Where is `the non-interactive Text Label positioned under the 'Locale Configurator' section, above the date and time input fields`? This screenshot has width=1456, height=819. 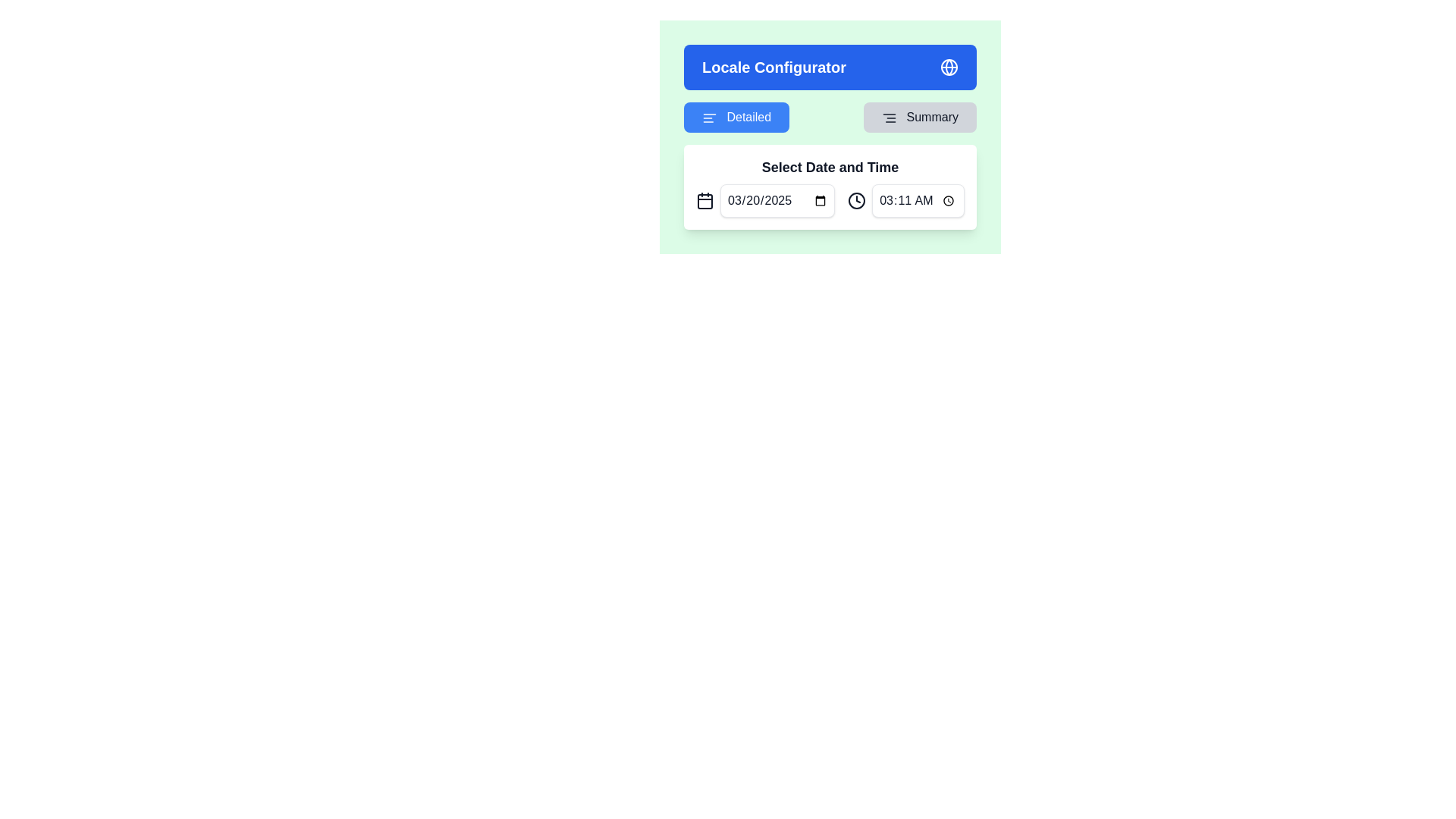
the non-interactive Text Label positioned under the 'Locale Configurator' section, above the date and time input fields is located at coordinates (829, 167).